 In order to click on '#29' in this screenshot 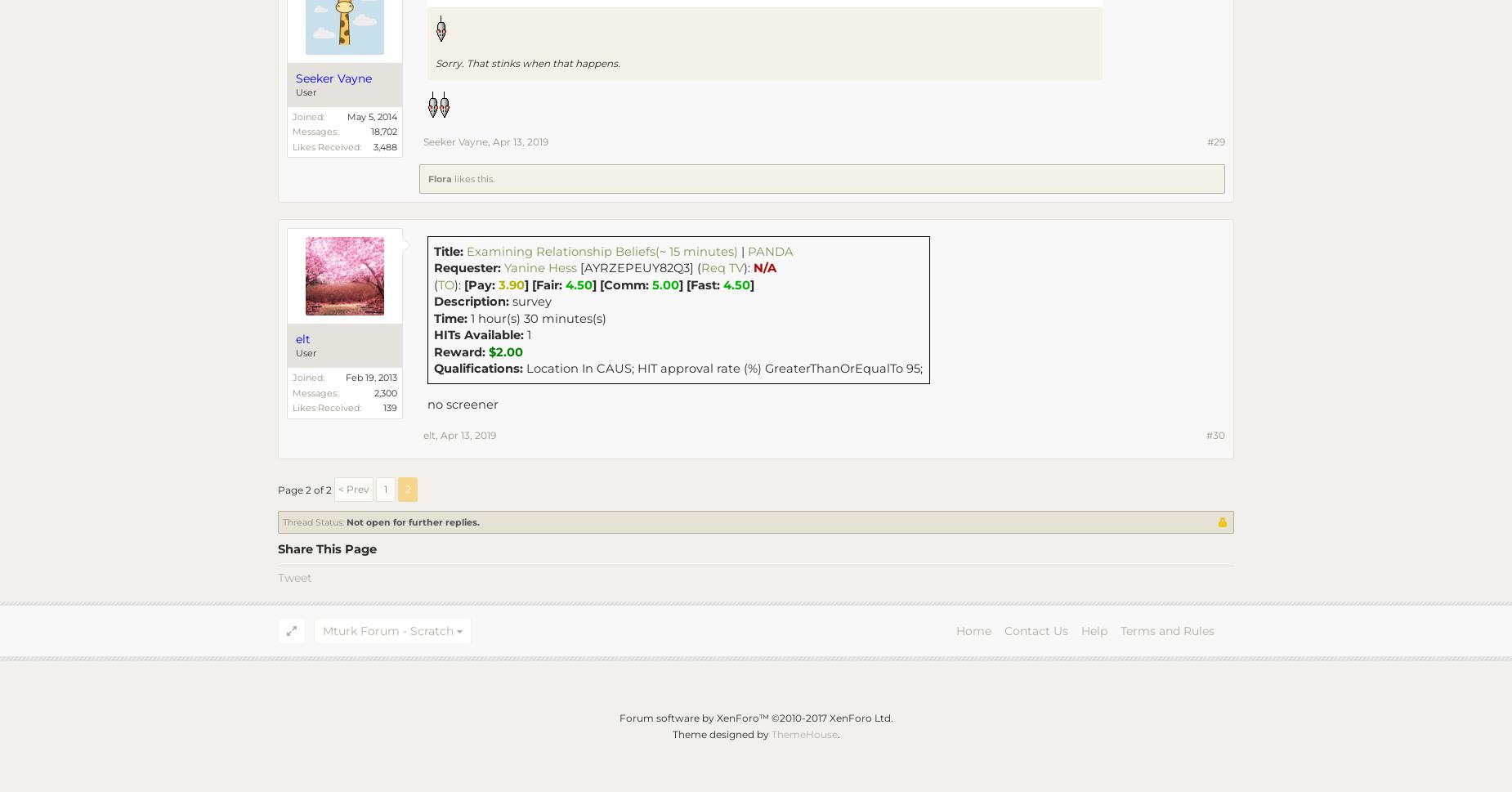, I will do `click(1215, 140)`.